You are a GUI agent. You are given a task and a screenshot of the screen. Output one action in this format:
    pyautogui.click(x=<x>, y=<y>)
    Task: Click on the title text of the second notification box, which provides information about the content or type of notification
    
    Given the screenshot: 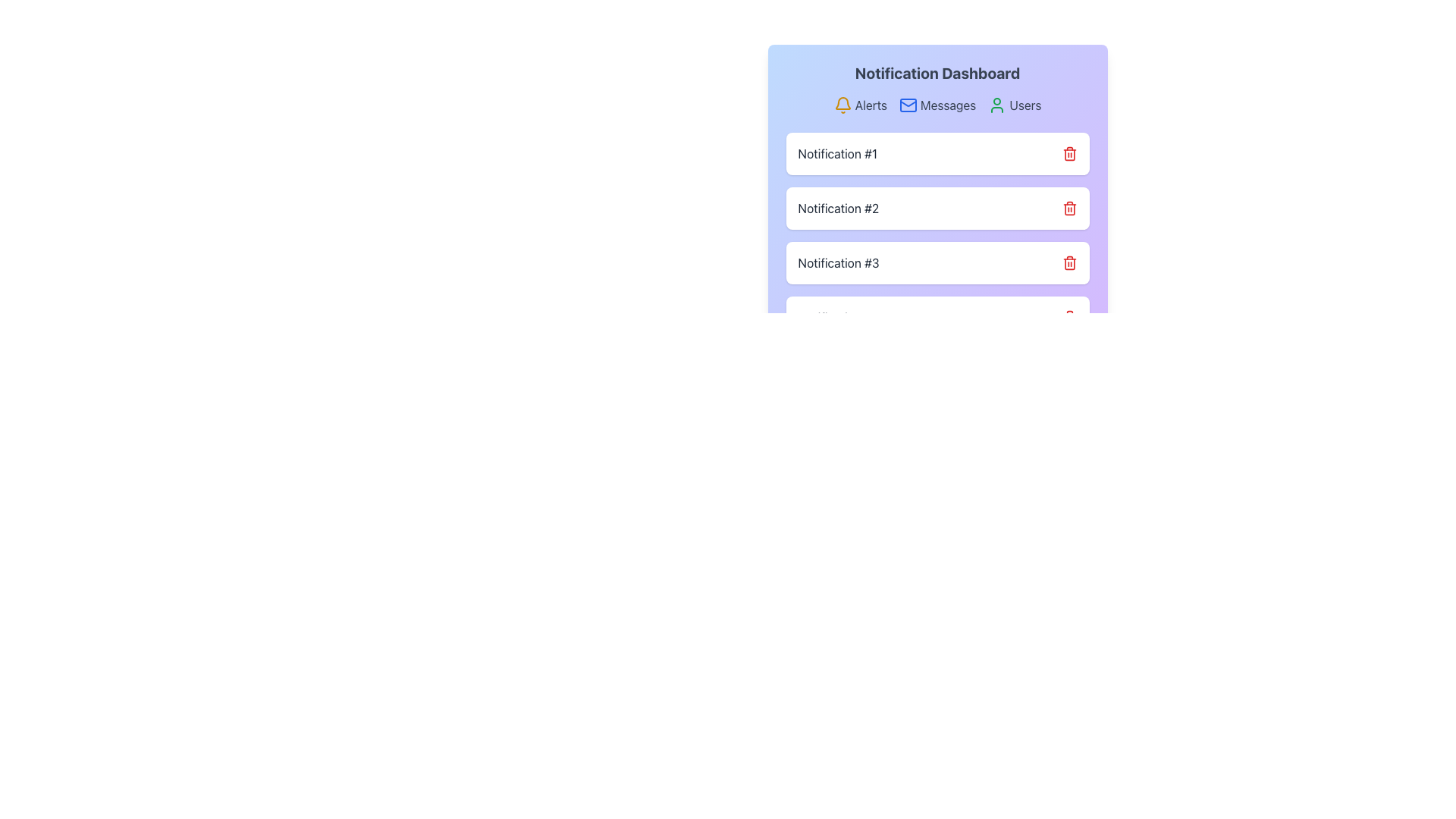 What is the action you would take?
    pyautogui.click(x=837, y=208)
    